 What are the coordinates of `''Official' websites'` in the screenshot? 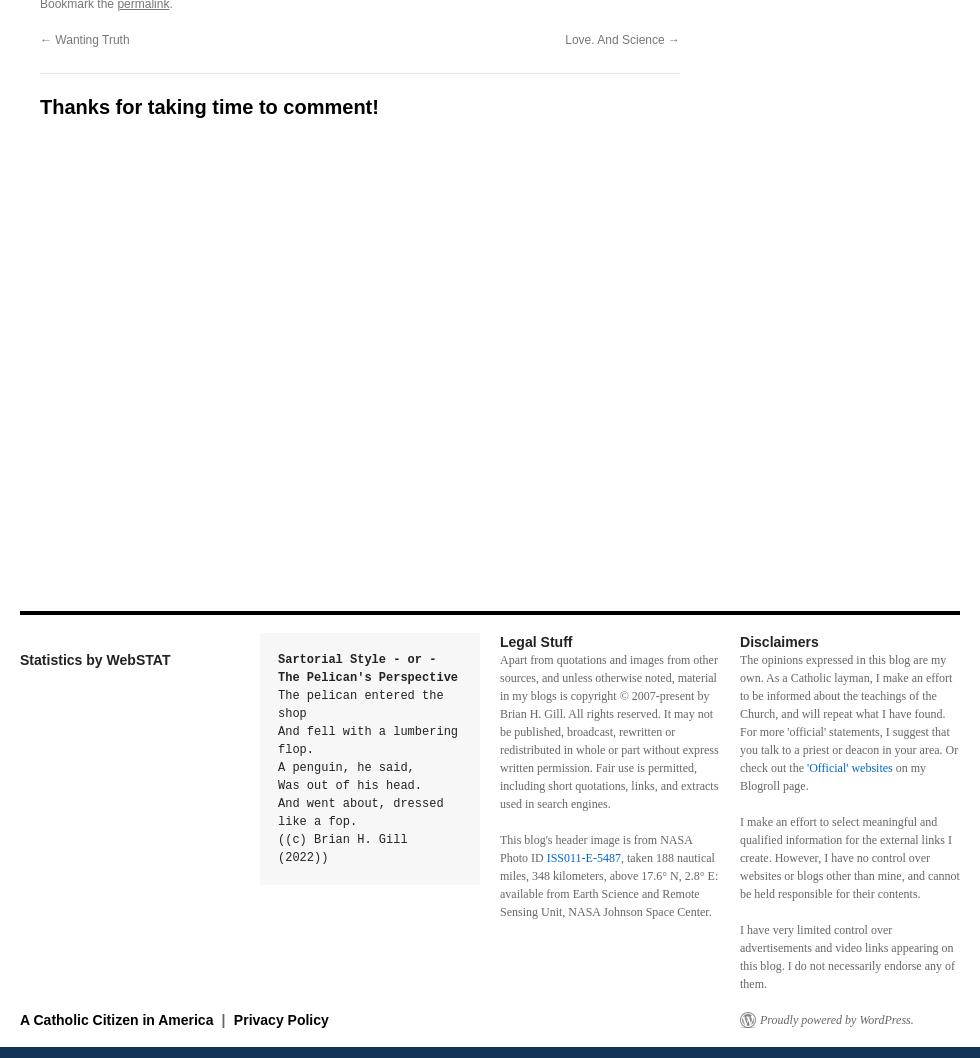 It's located at (848, 768).